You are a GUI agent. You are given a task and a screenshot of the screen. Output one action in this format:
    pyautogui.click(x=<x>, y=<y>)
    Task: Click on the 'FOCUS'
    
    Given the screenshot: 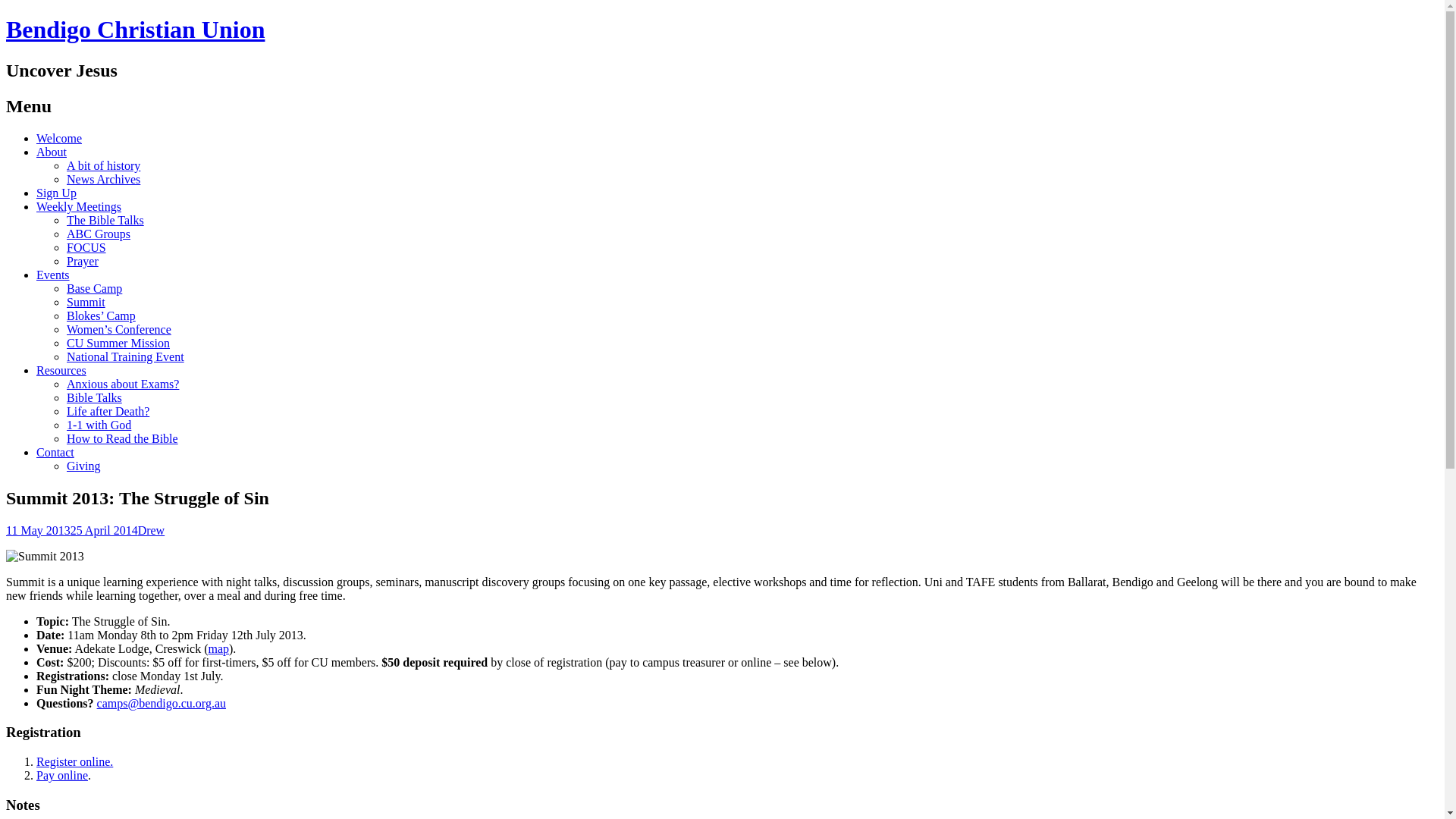 What is the action you would take?
    pyautogui.click(x=65, y=246)
    